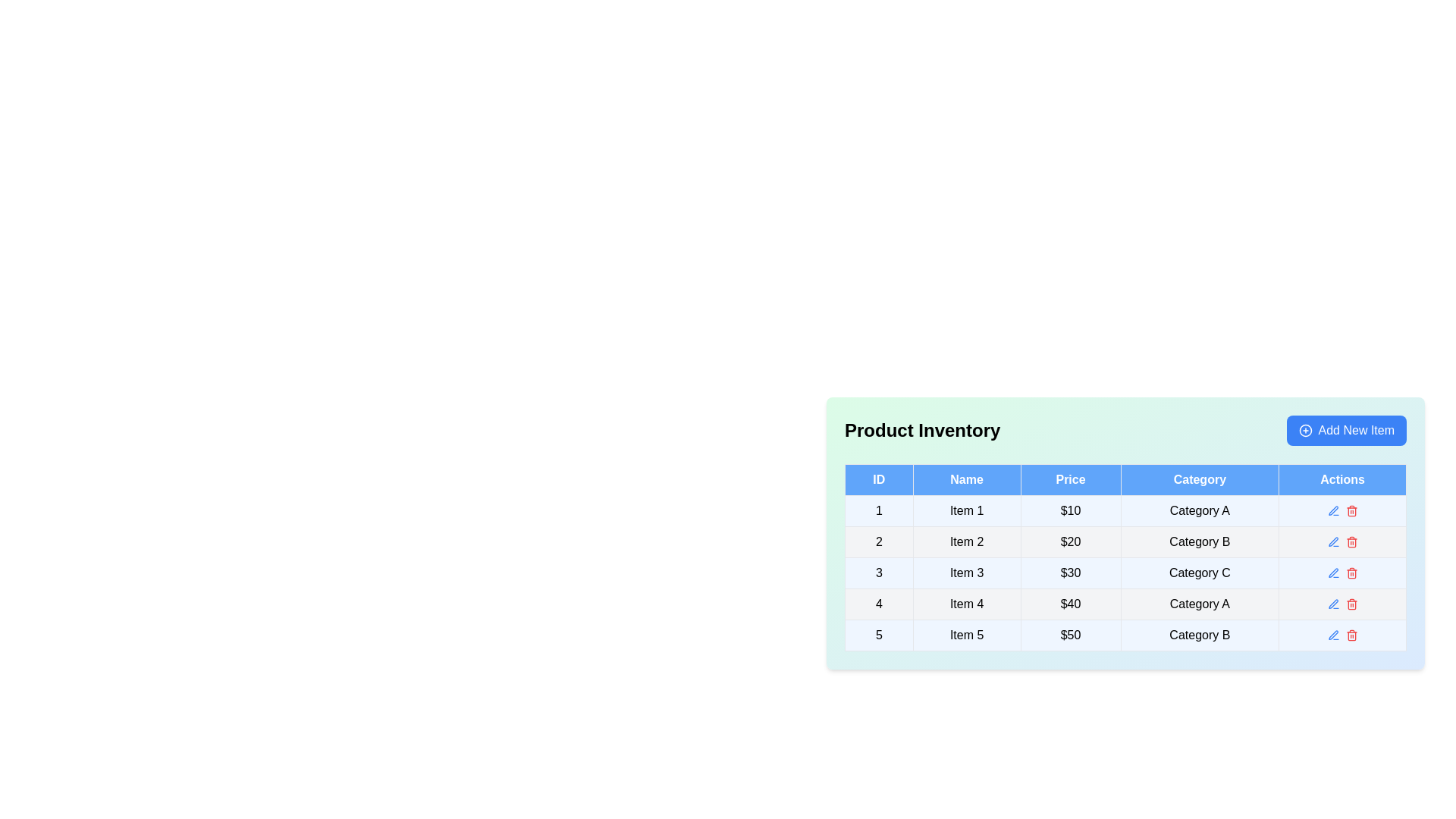 Image resolution: width=1456 pixels, height=819 pixels. I want to click on the edit icon button styled as a pen symbol in the Actions column of the 'Item 3' row, so click(1332, 573).